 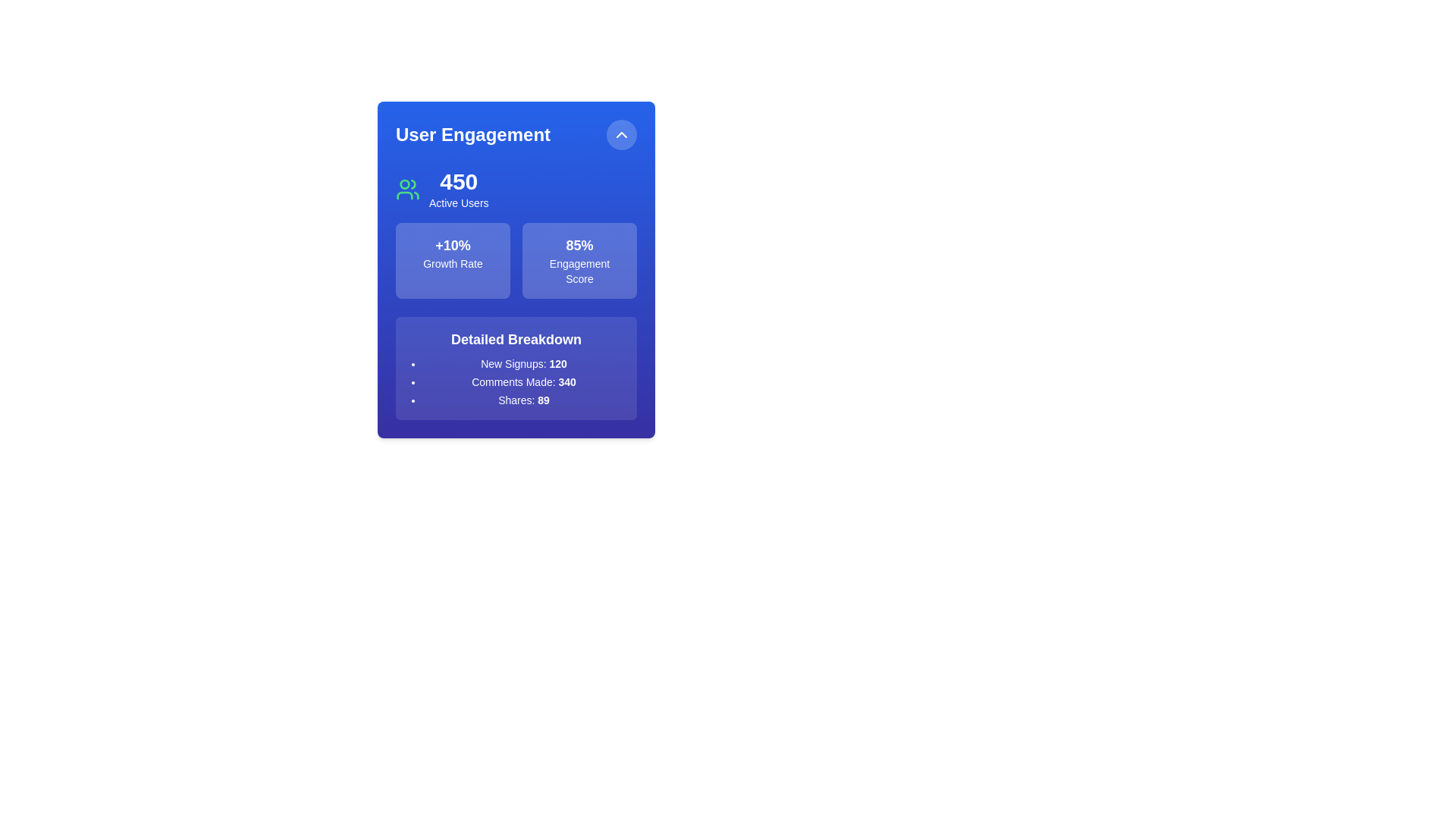 I want to click on the text display element that shows 'Comments Made: 340', which is the second item in the 'Detailed Breakdown' section, so click(x=524, y=381).